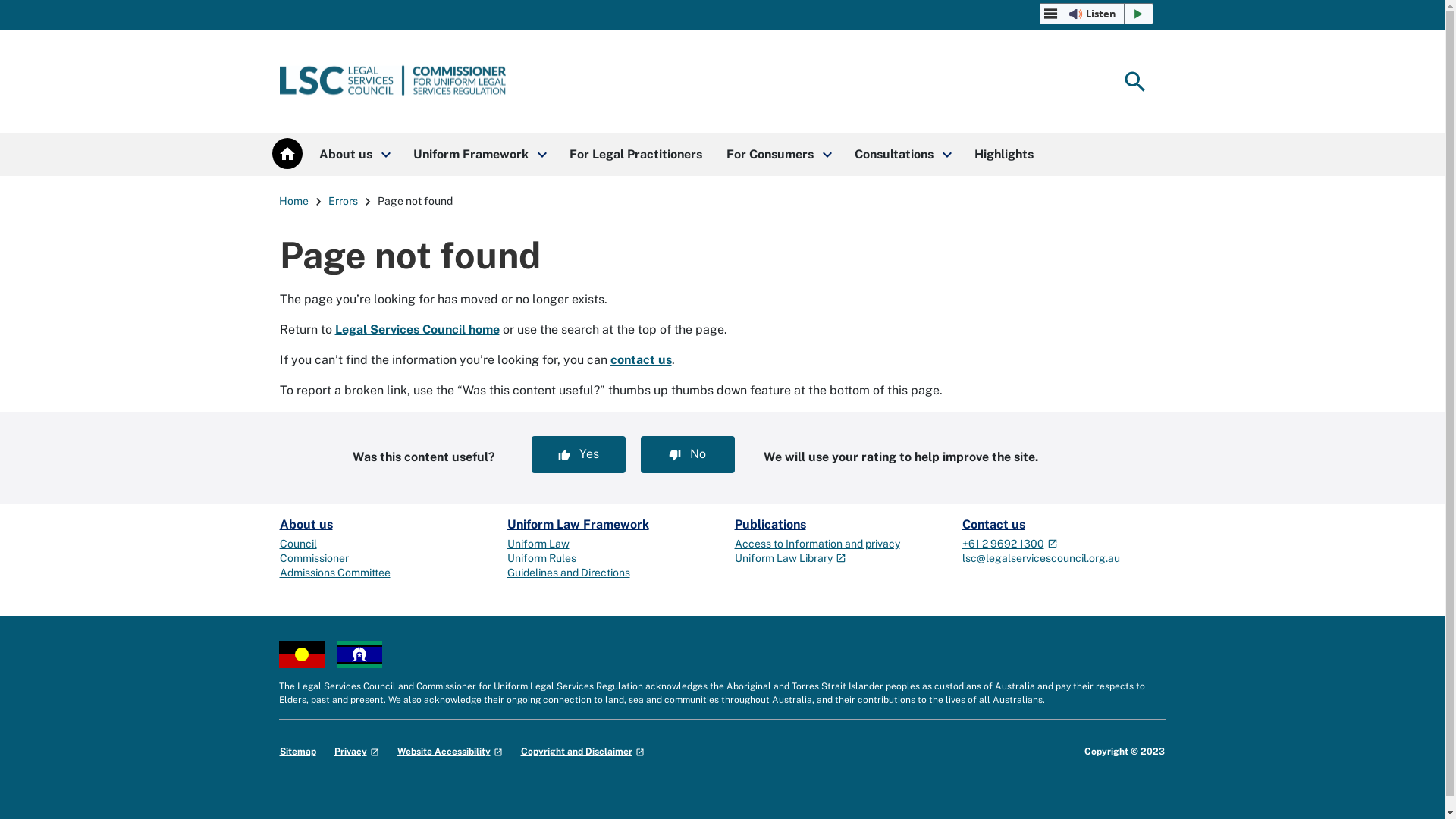 Image resolution: width=1456 pixels, height=819 pixels. What do you see at coordinates (541, 558) in the screenshot?
I see `'Uniform Rules'` at bounding box center [541, 558].